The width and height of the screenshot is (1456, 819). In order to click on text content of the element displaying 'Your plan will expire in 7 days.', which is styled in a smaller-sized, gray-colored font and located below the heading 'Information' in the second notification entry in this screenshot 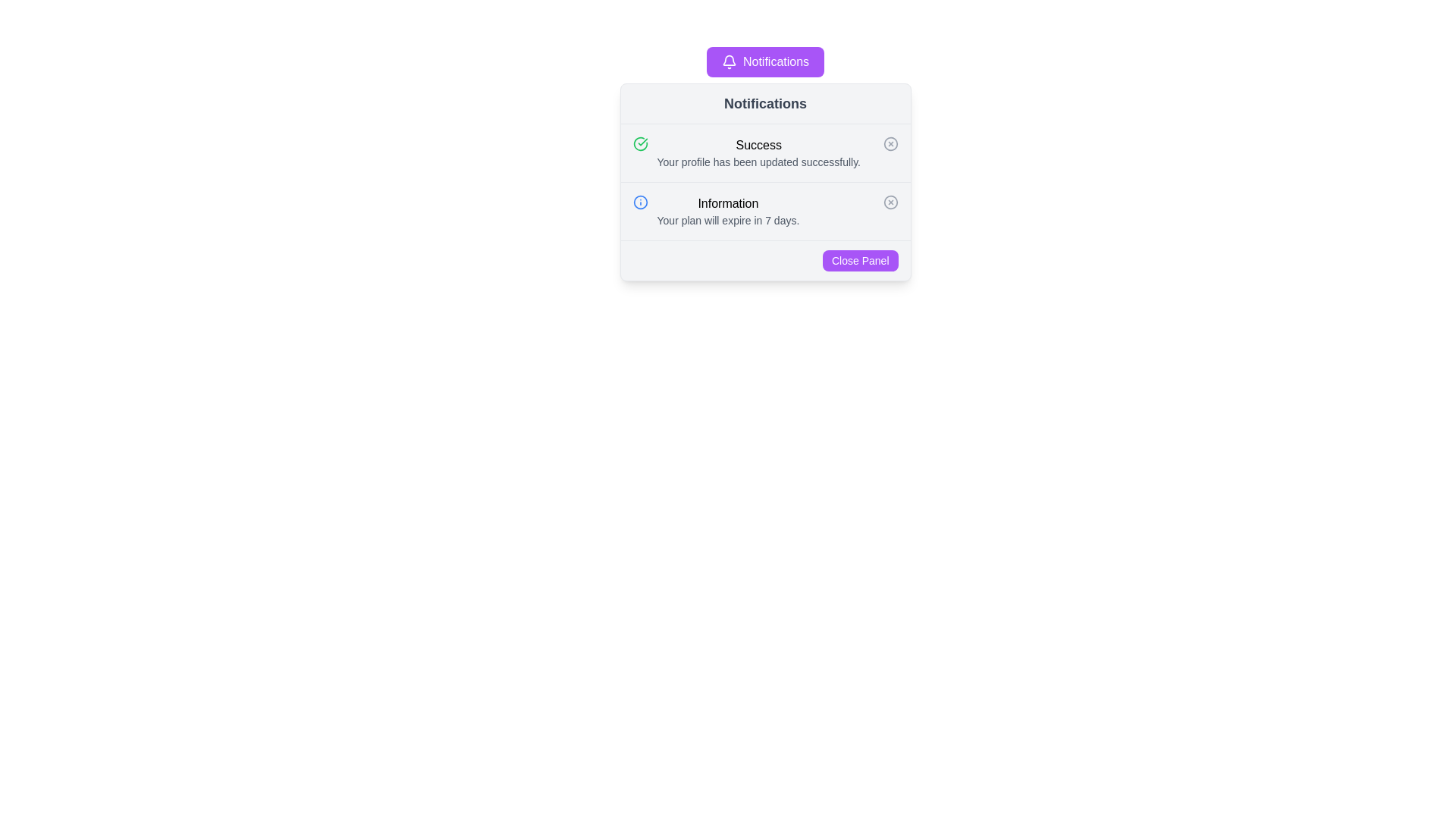, I will do `click(728, 220)`.